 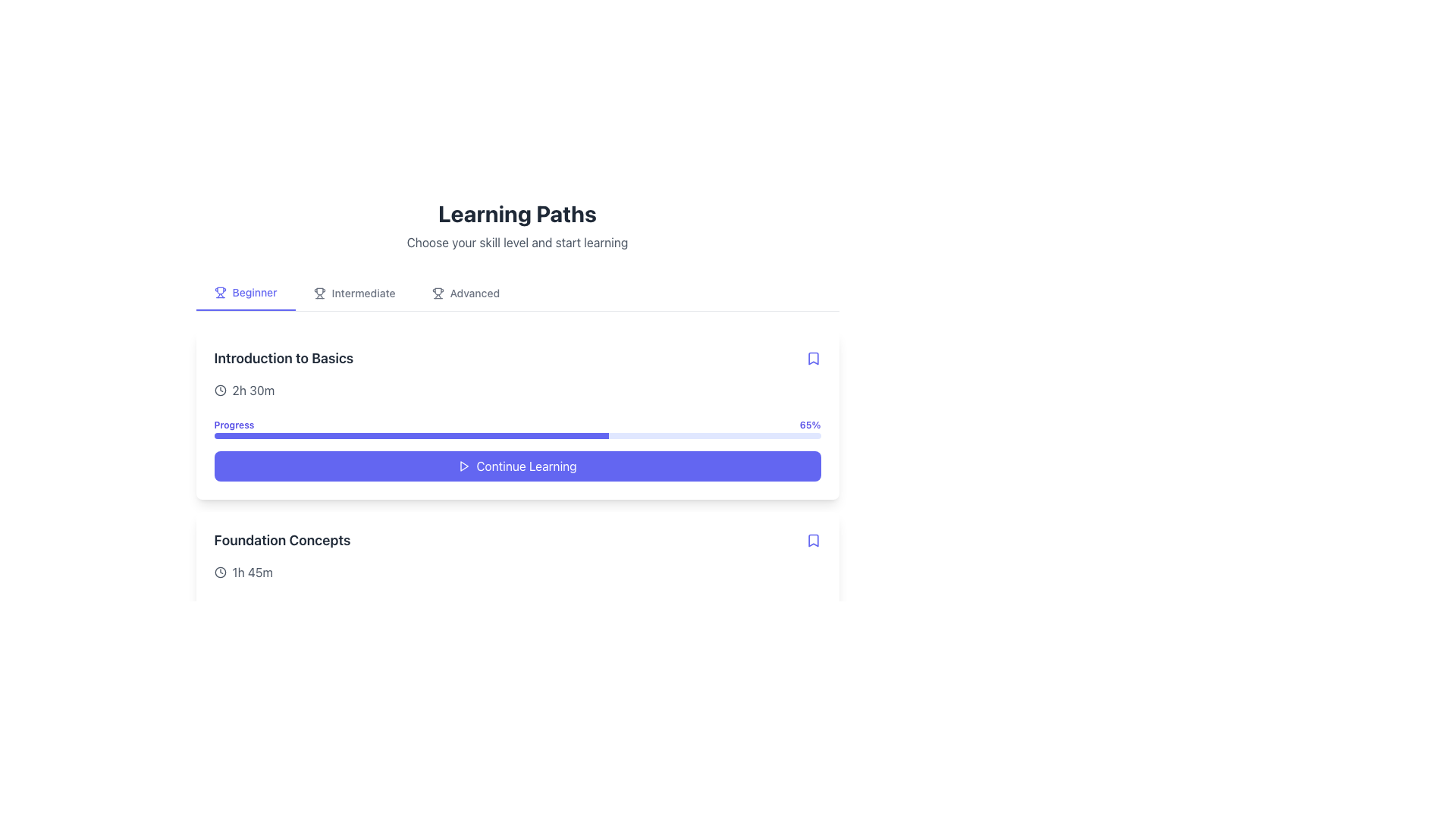 What do you see at coordinates (219, 390) in the screenshot?
I see `the SVG Circle that visually represents duration or time-related information, located centrally within the clock icon above the 'Foundation Concepts' section` at bounding box center [219, 390].